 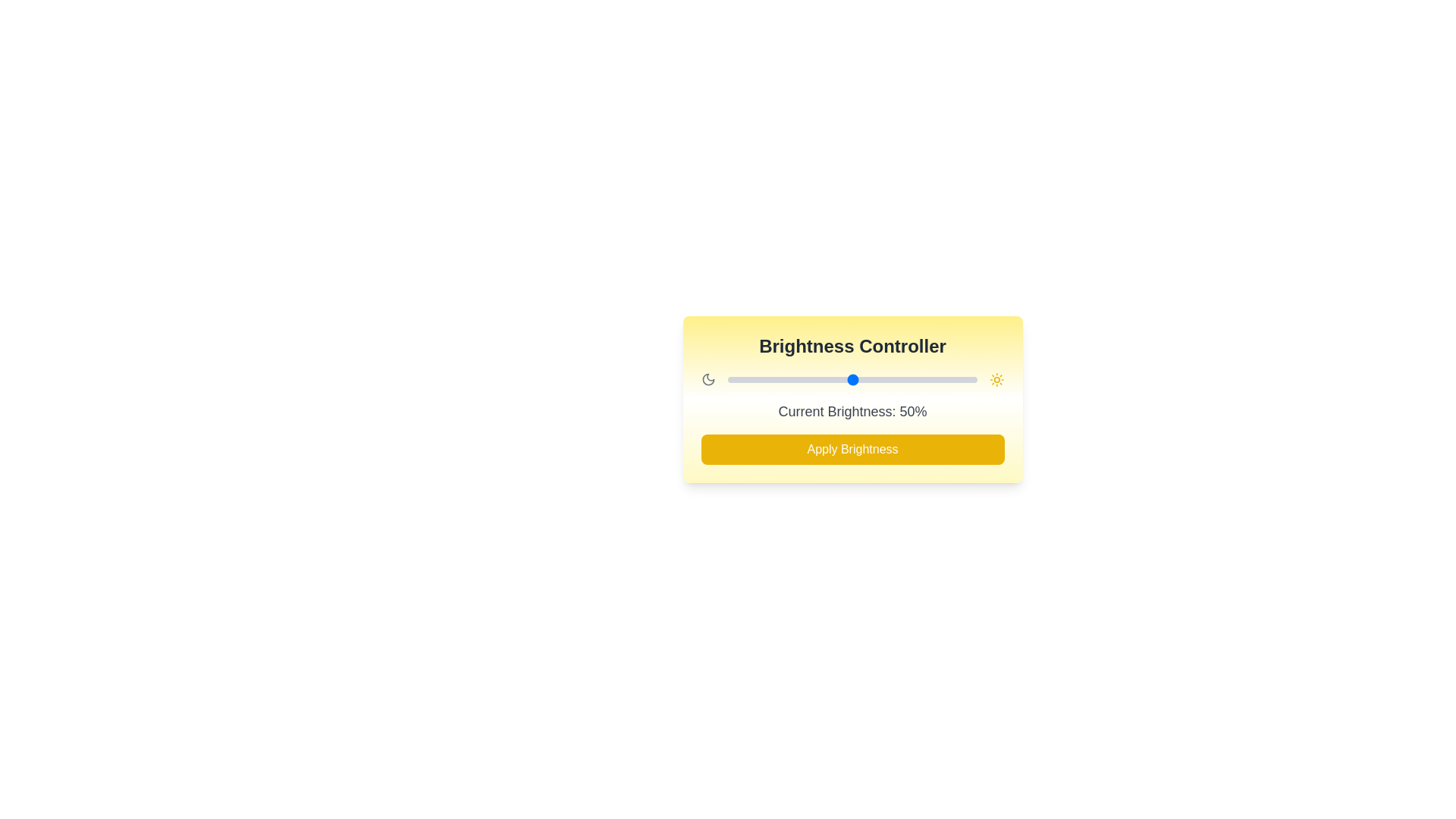 What do you see at coordinates (852, 449) in the screenshot?
I see `the 'Apply Brightness' button` at bounding box center [852, 449].